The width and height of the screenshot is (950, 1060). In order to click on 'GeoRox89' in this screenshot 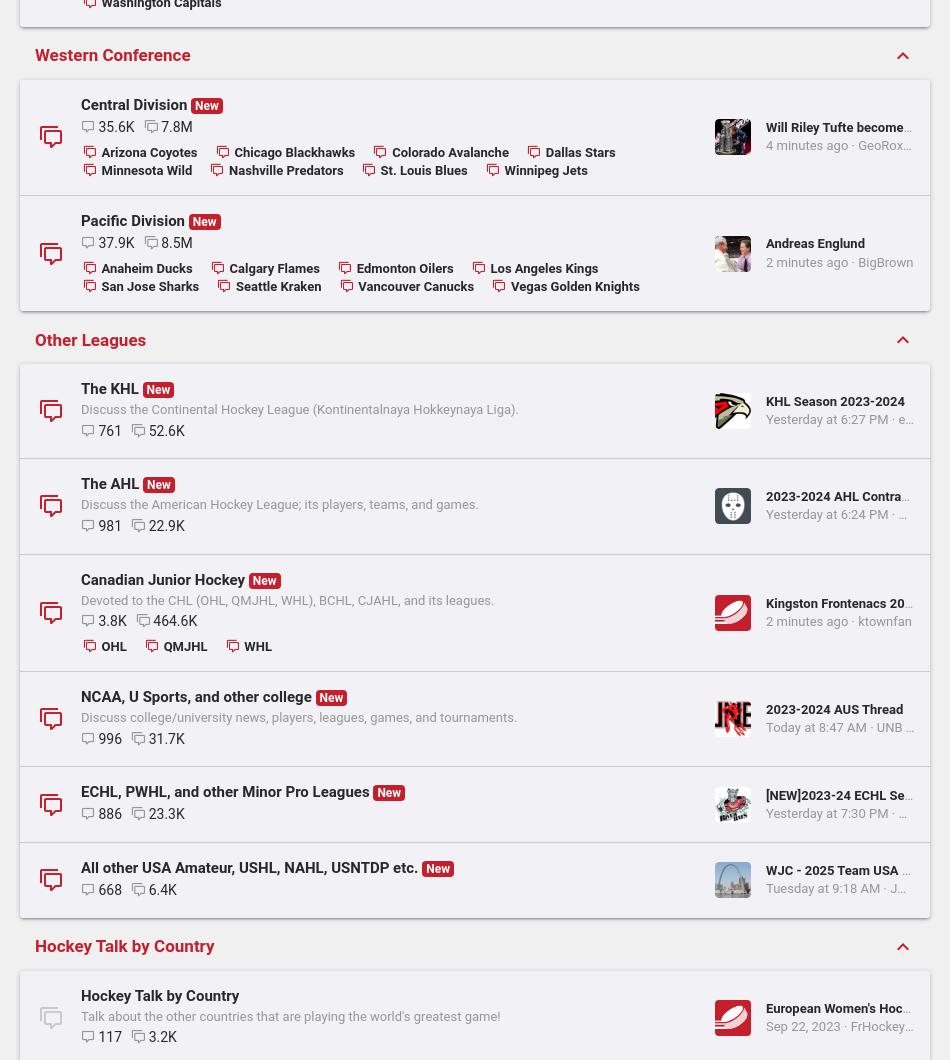, I will do `click(547, 793)`.